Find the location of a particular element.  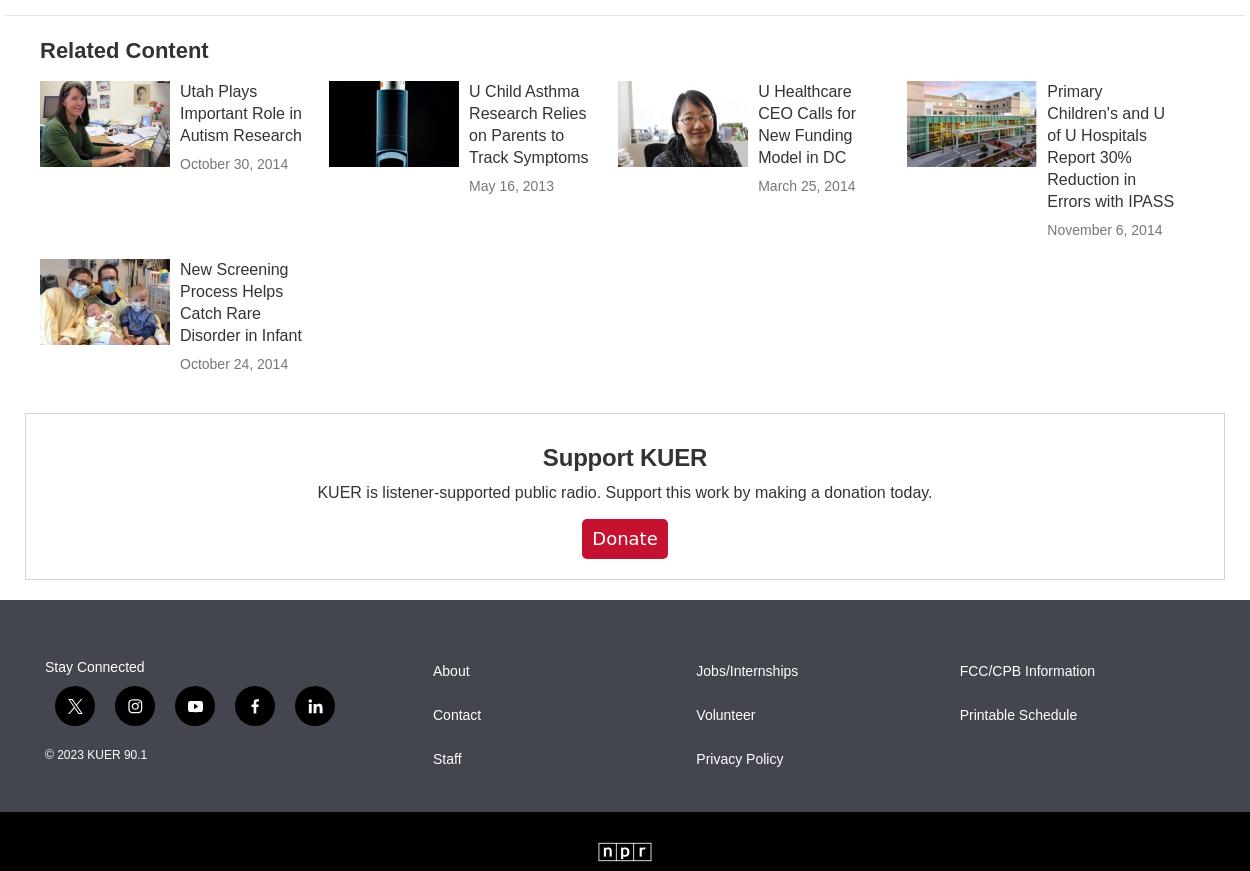

'About' is located at coordinates (450, 712).